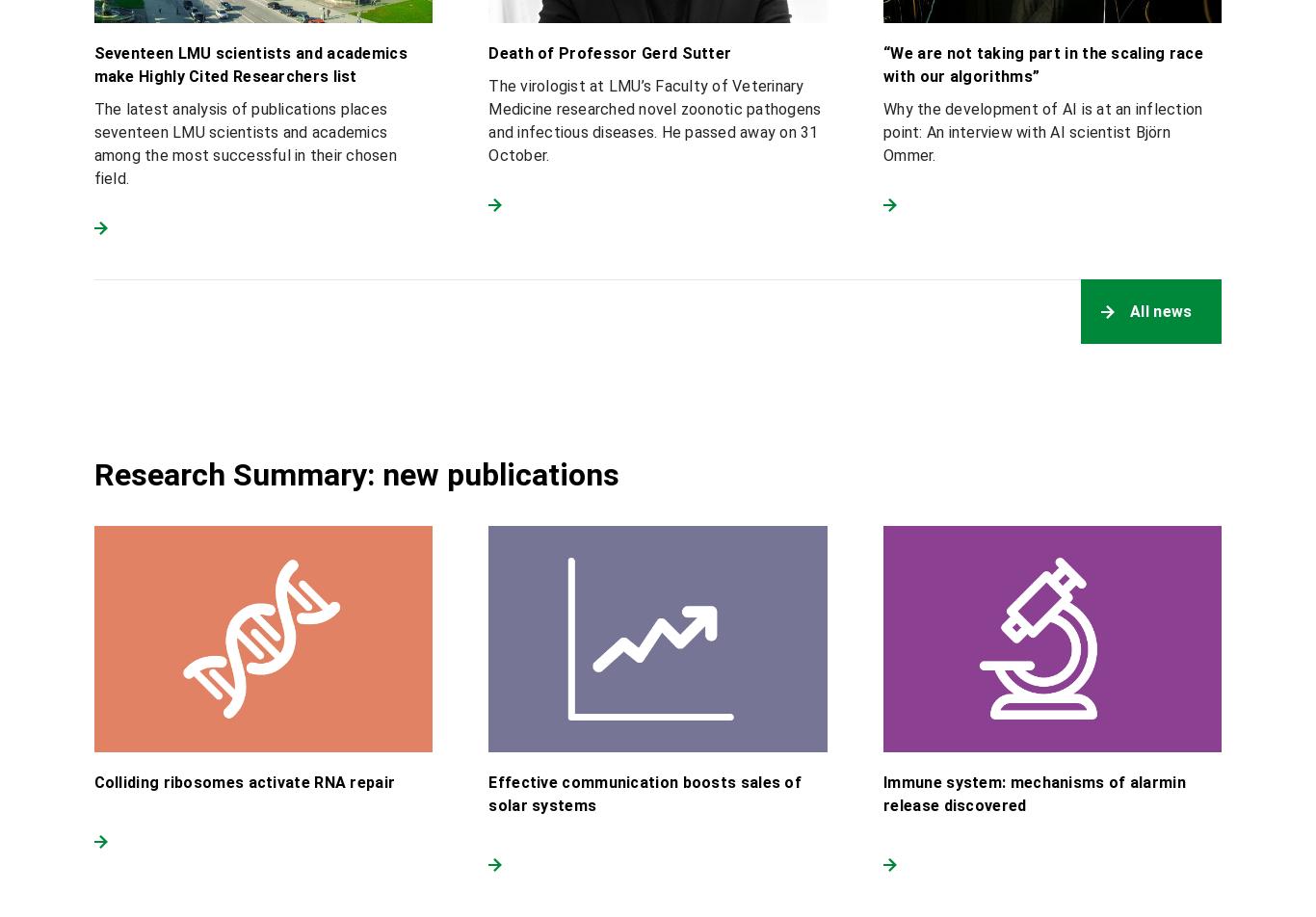  Describe the element at coordinates (92, 64) in the screenshot. I see `'Seventeen LMU scientists and academics make Highly Cited Researchers list'` at that location.